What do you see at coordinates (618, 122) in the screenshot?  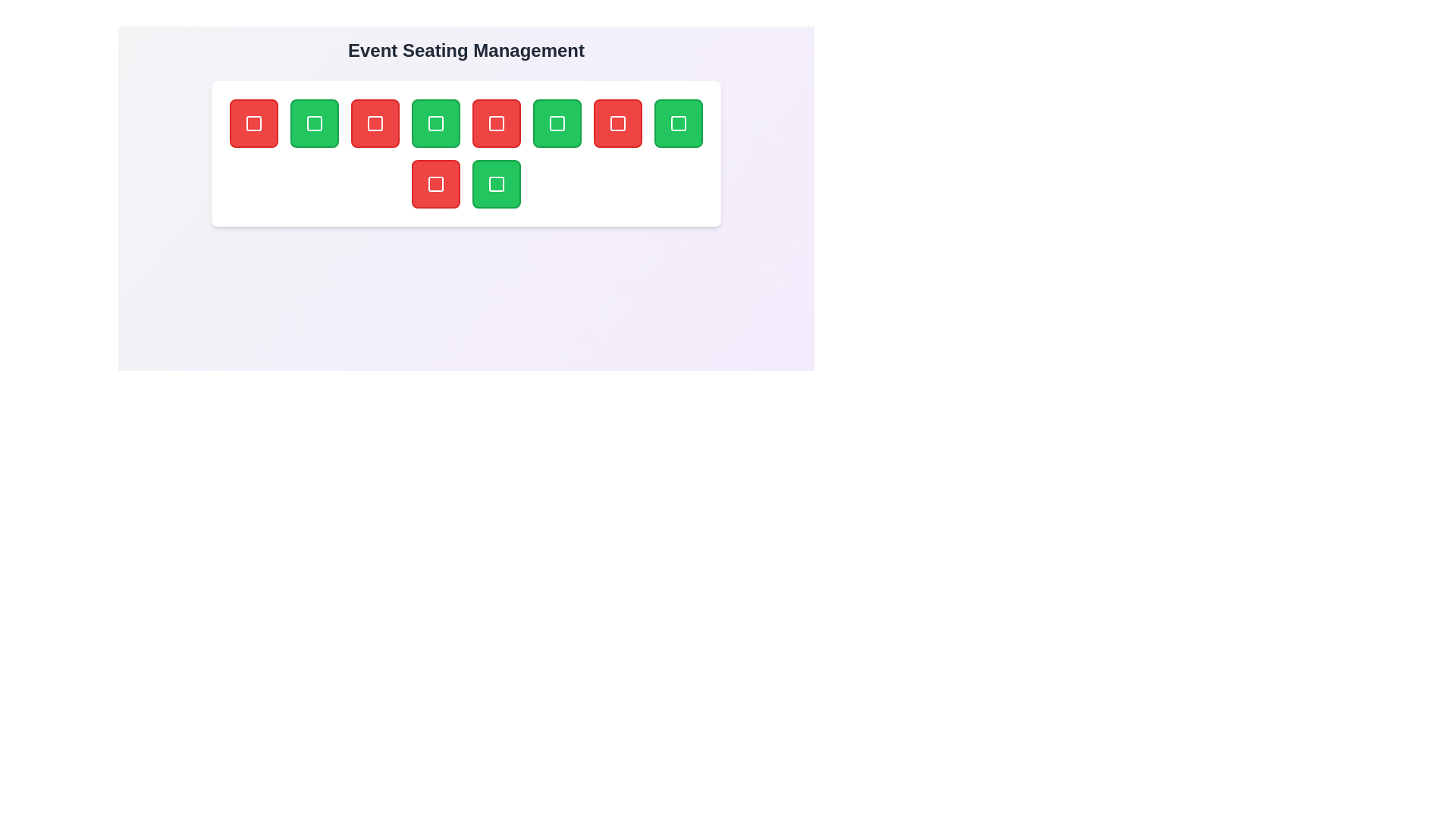 I see `the selectable seat button located in the first row, seventh from the left in the seating management application` at bounding box center [618, 122].